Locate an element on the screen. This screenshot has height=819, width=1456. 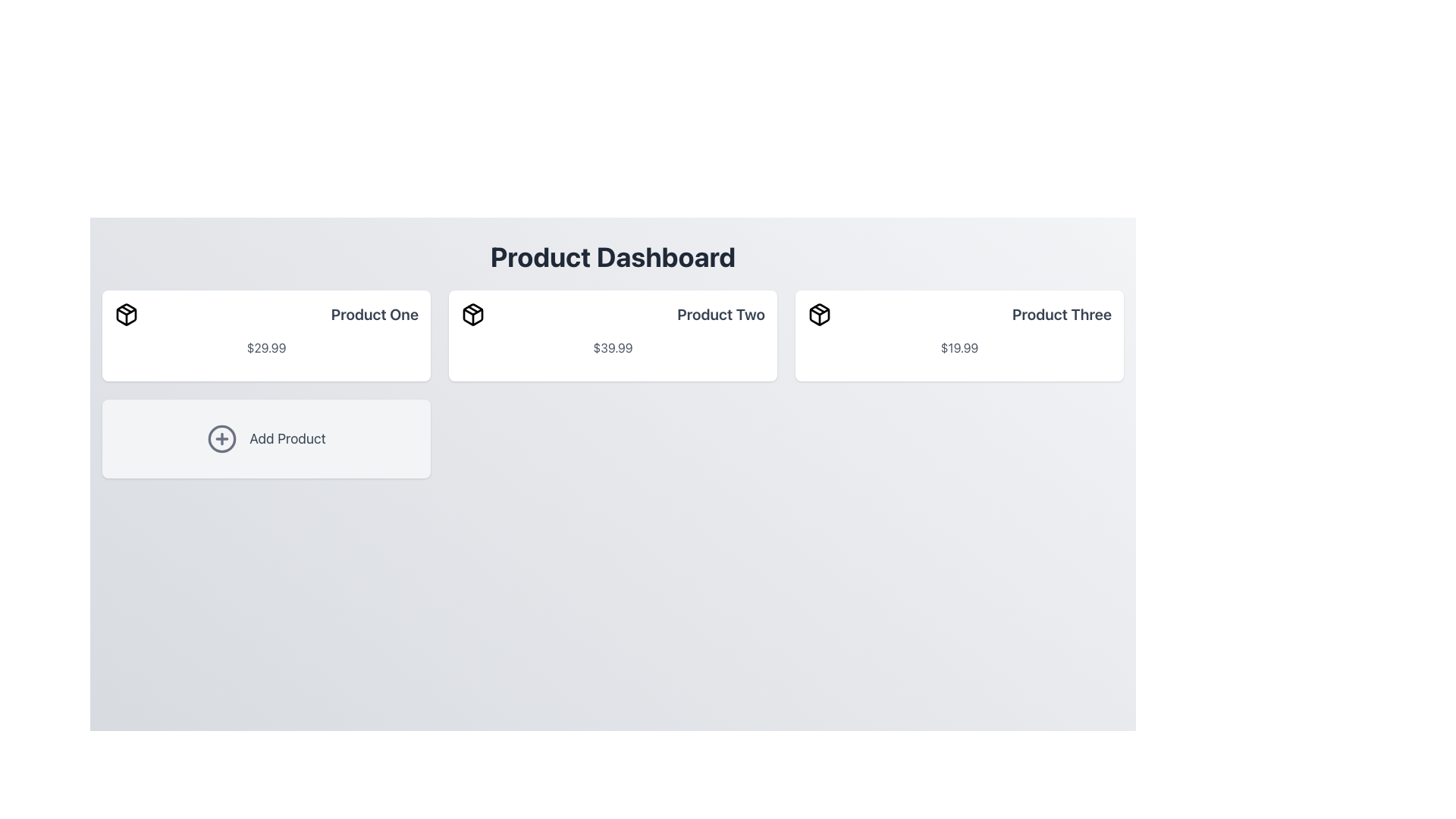
the circular plus button in the 'Add Product' card located at the bottom-left of the main dashboard to trigger tooltips or visual feedback is located at coordinates (221, 438).